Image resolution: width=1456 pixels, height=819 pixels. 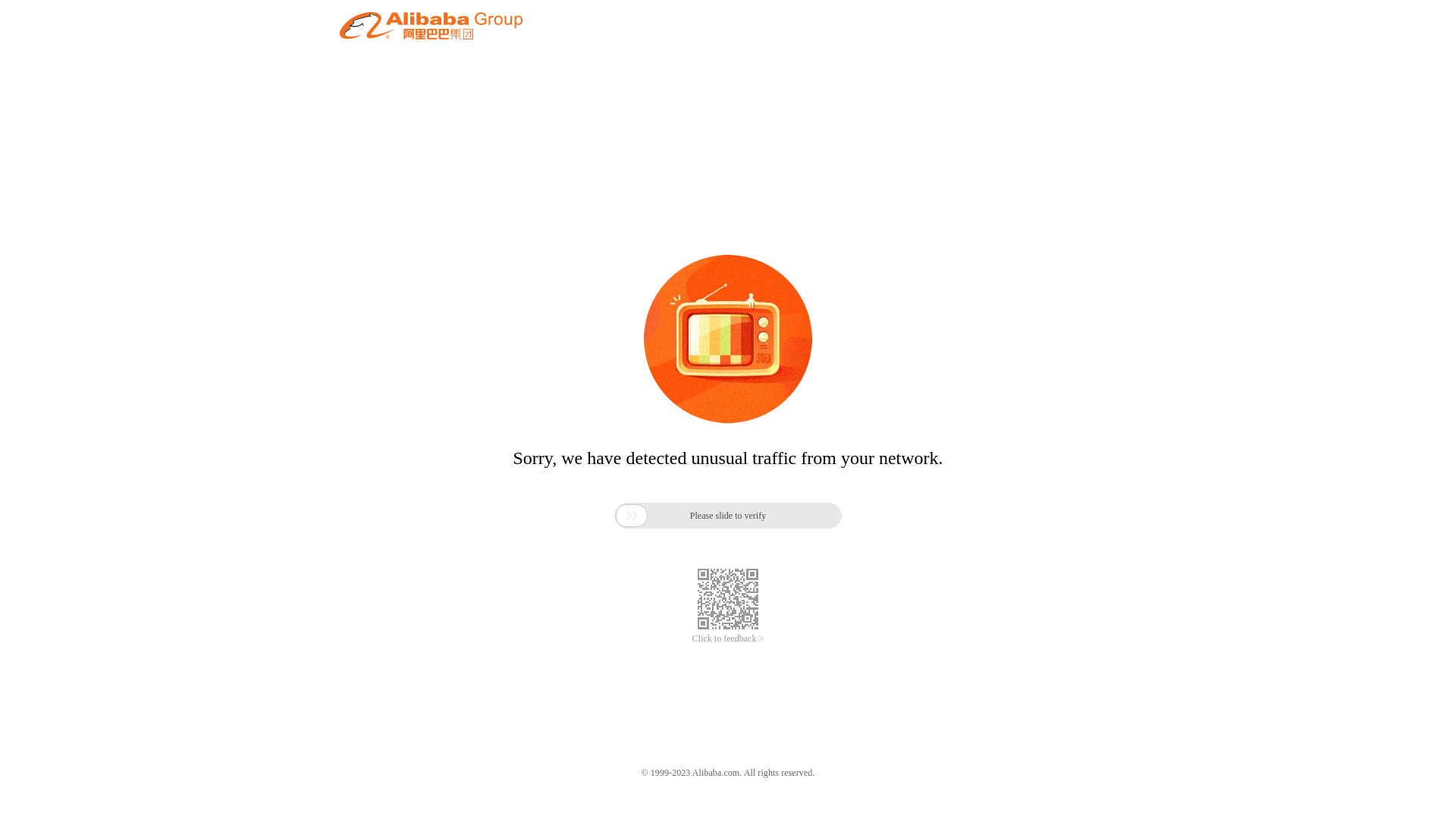 I want to click on 'Click to feedback >', so click(x=691, y=639).